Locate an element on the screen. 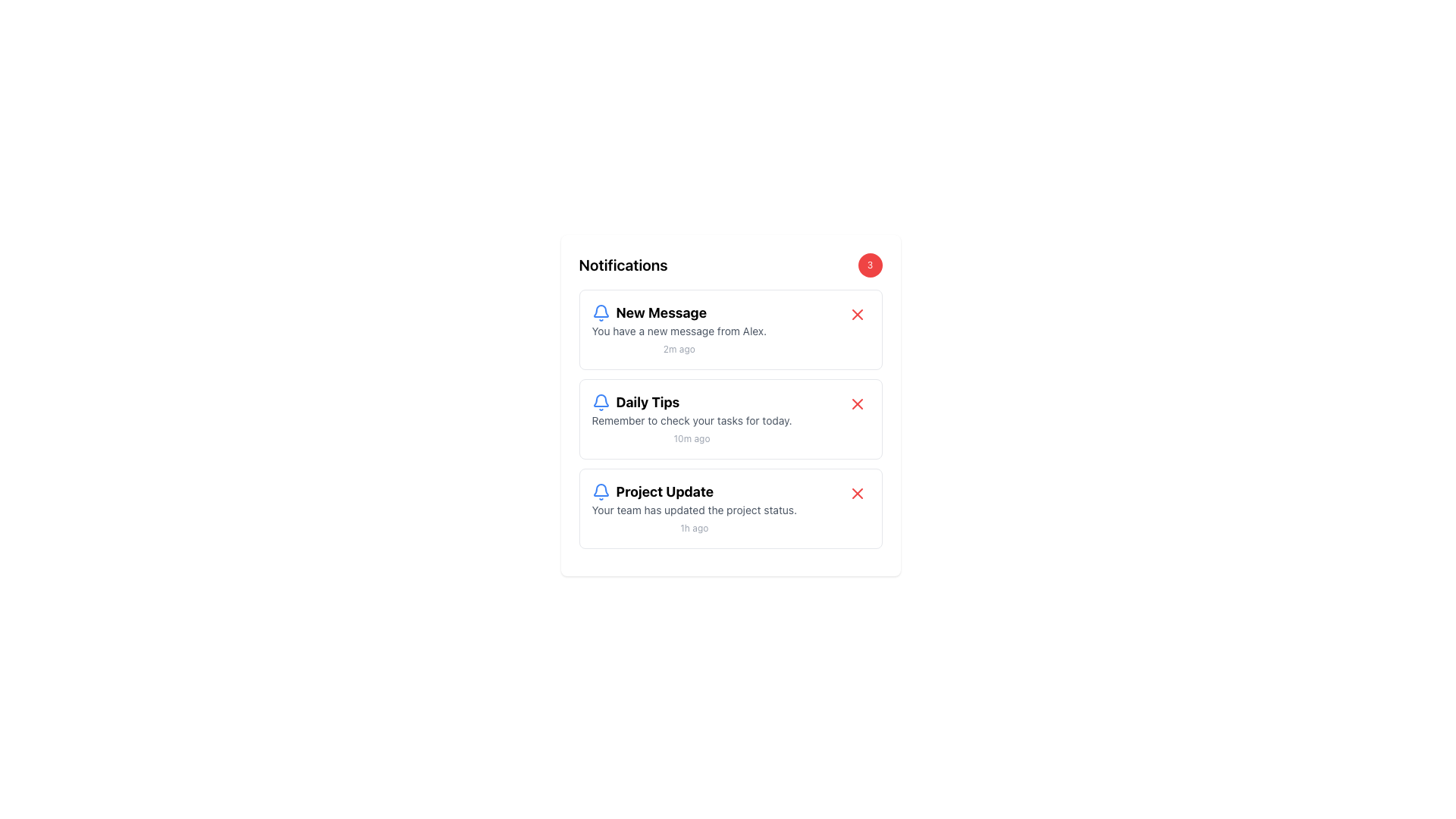 The width and height of the screenshot is (1456, 819). the dismiss button located on the right-hand side of the 'New Message' notification item is located at coordinates (857, 314).